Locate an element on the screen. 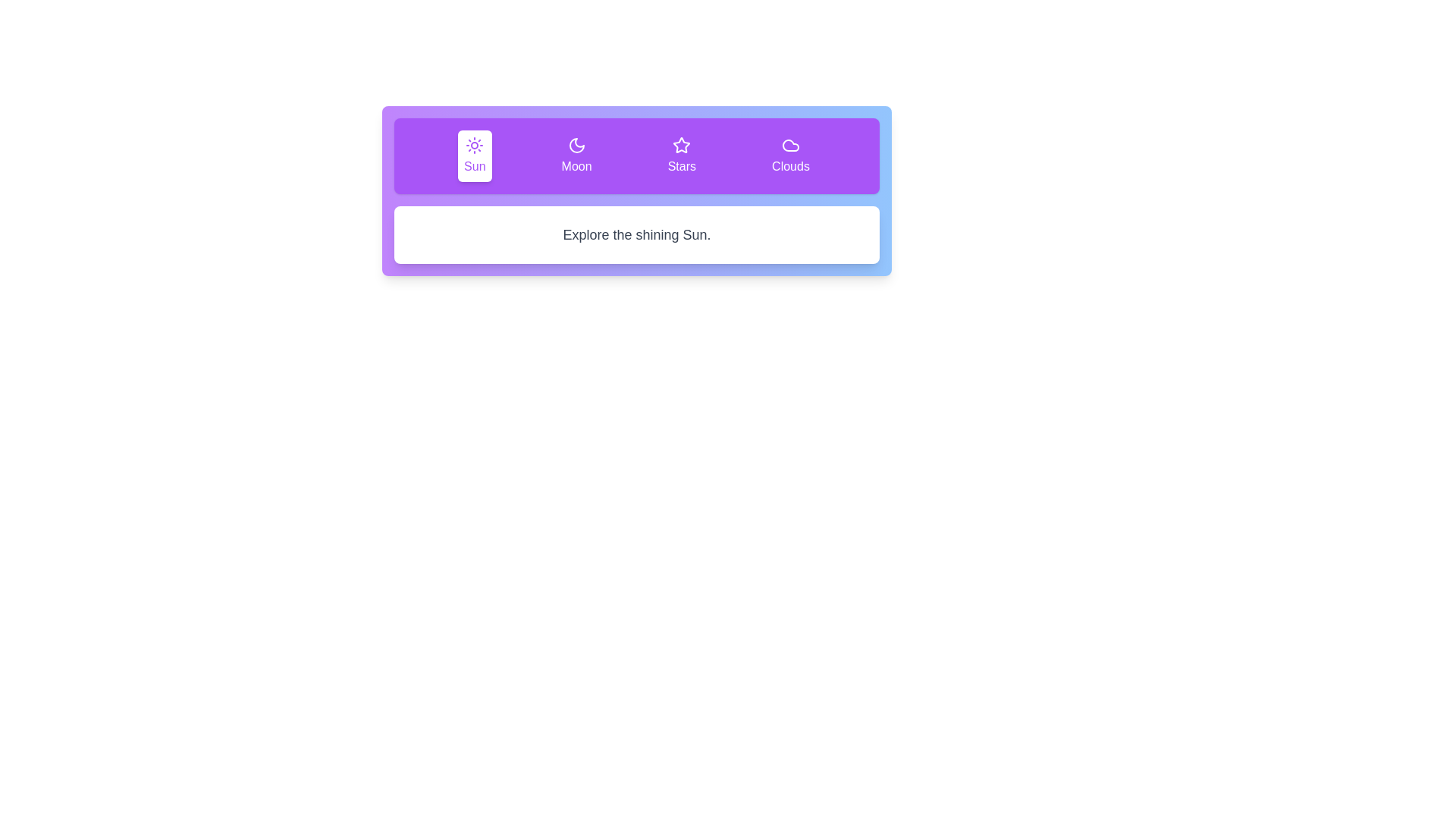 Image resolution: width=1456 pixels, height=819 pixels. the 'Stars' SVG icon in the category selector, which is the center icon in a horizontal layout of four items is located at coordinates (680, 146).